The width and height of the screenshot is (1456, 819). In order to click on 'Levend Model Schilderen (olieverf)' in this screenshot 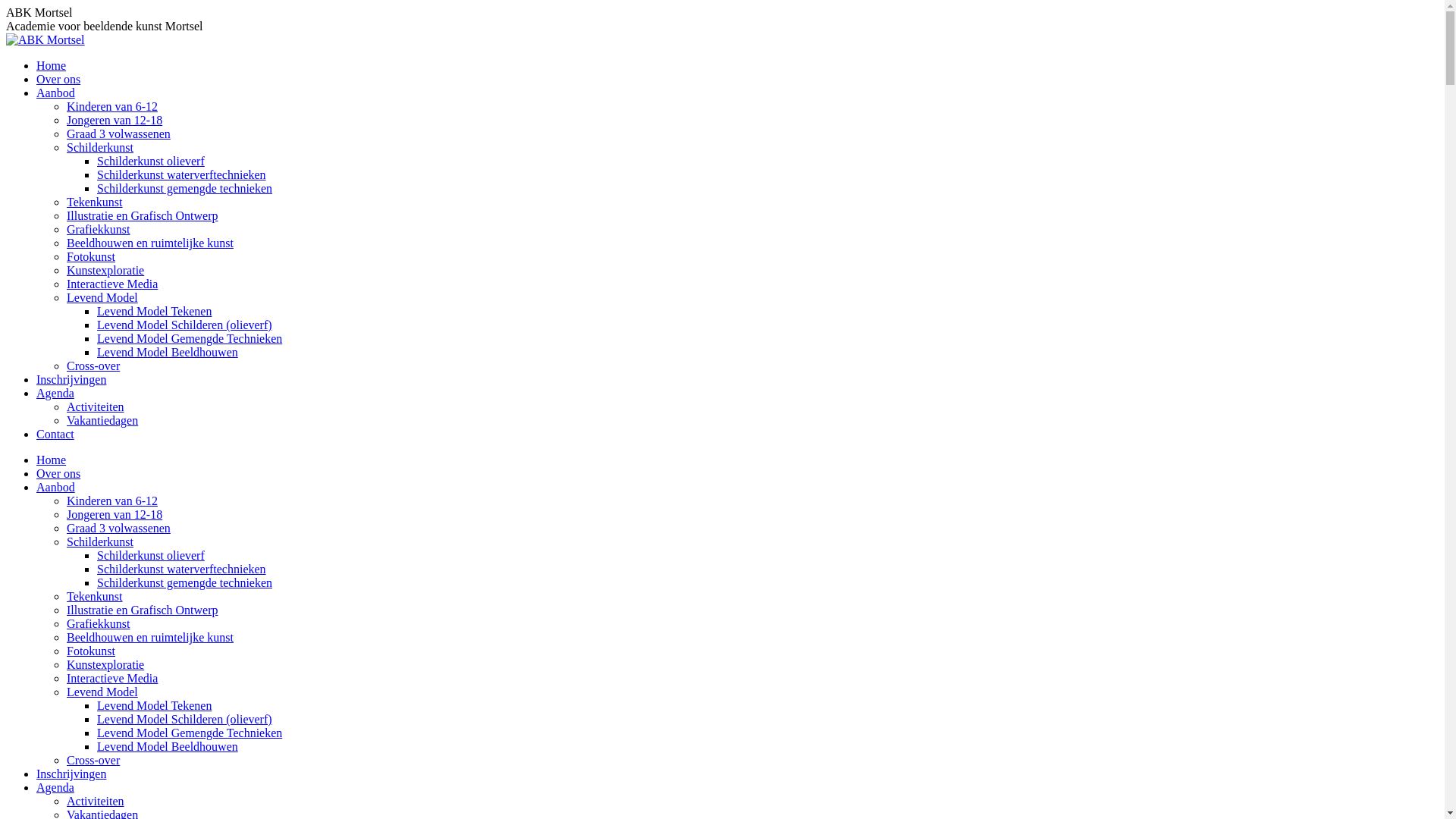, I will do `click(184, 324)`.